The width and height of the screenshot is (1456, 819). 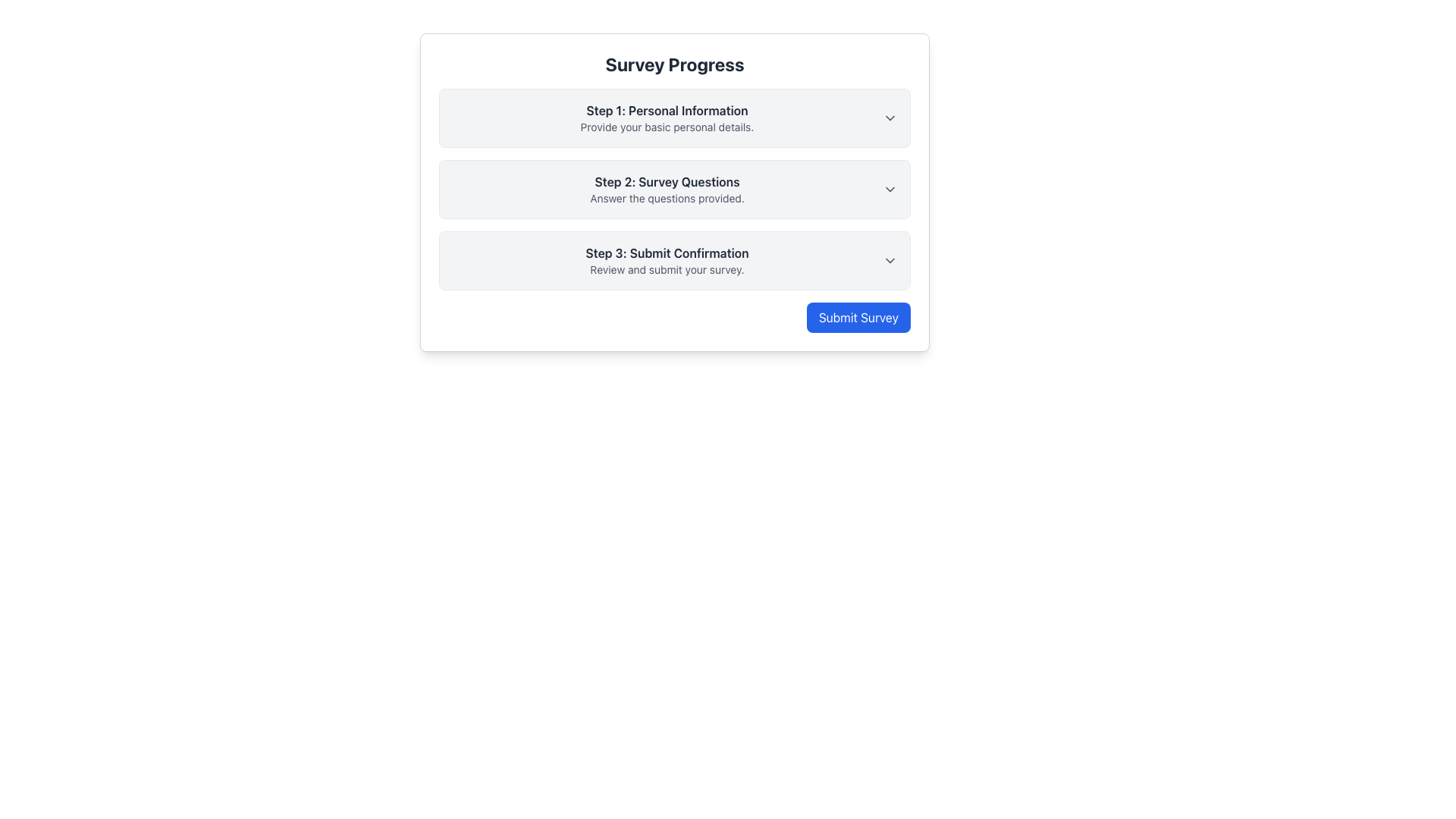 What do you see at coordinates (667, 268) in the screenshot?
I see `the descriptive text element located directly beneath the heading 'Step 3: Submit Confirmation' in the survey process` at bounding box center [667, 268].